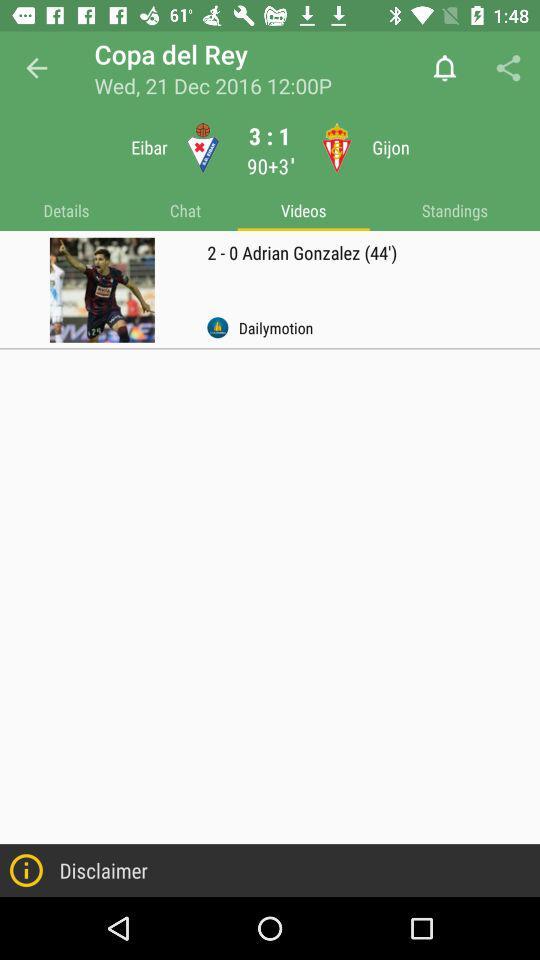 The image size is (540, 960). What do you see at coordinates (508, 68) in the screenshot?
I see `share icon beside bell icon on the page` at bounding box center [508, 68].